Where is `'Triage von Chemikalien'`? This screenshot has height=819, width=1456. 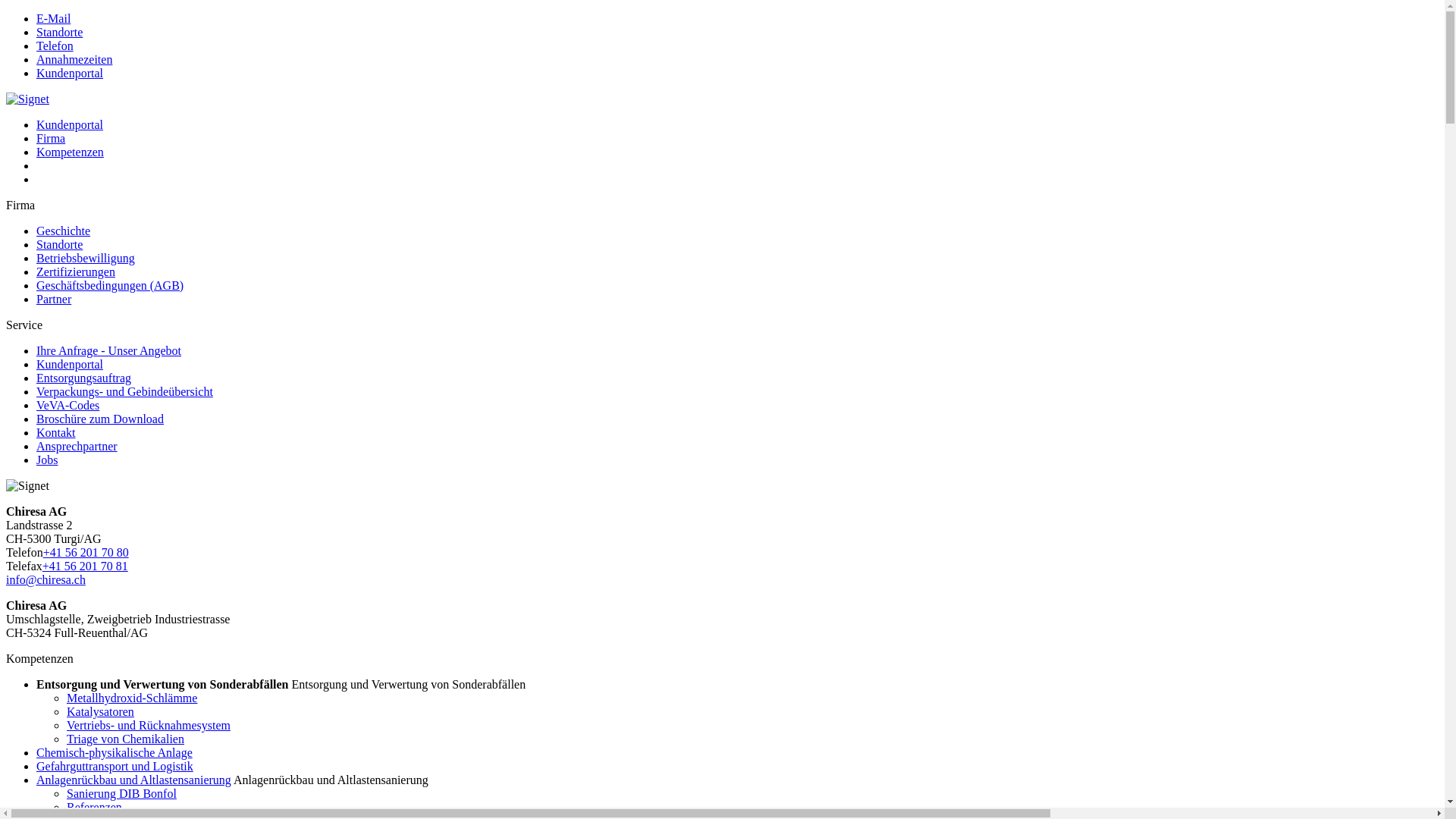
'Triage von Chemikalien' is located at coordinates (125, 738).